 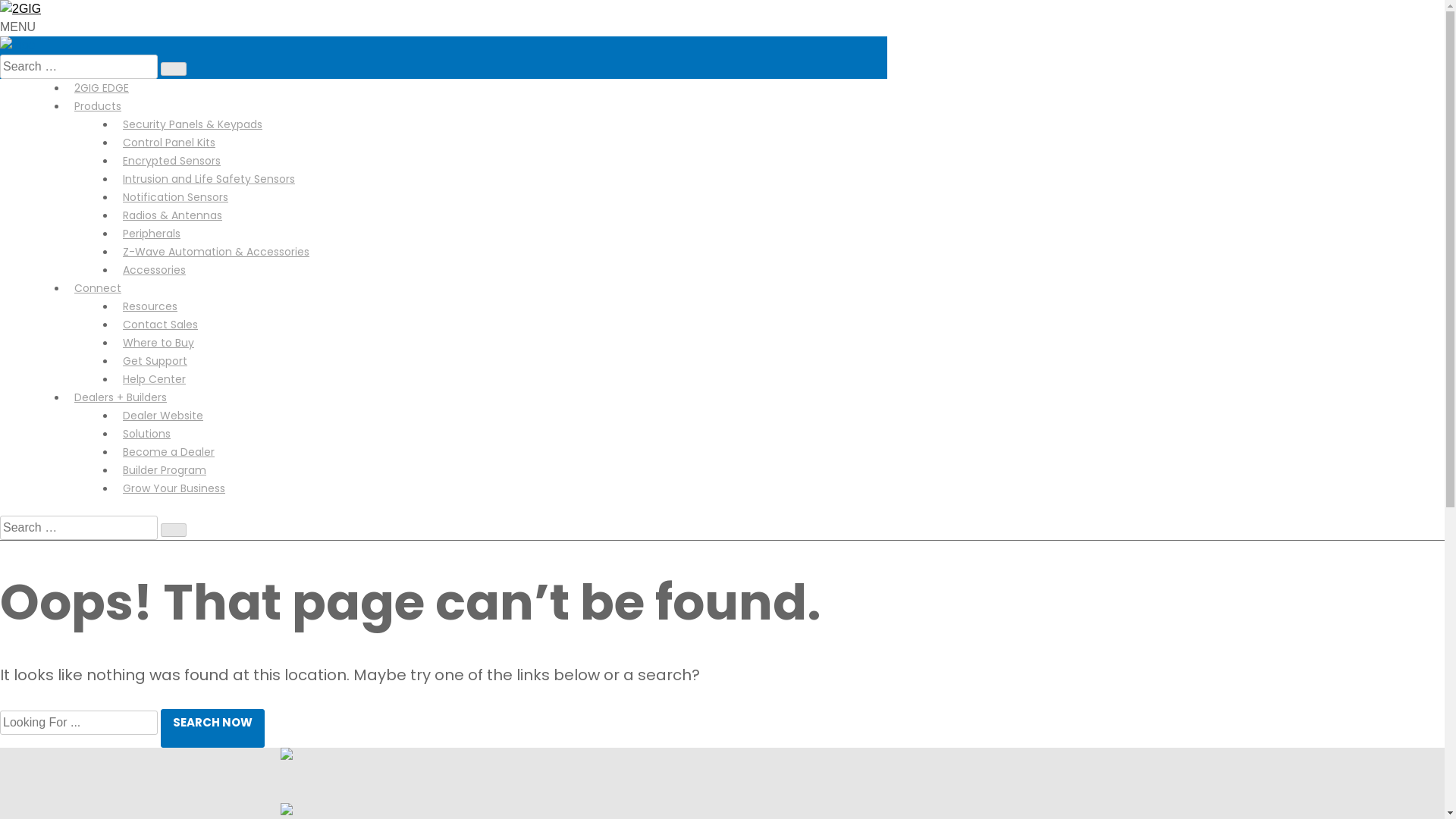 What do you see at coordinates (115, 177) in the screenshot?
I see `'Intrusion and Life Safety Sensors'` at bounding box center [115, 177].